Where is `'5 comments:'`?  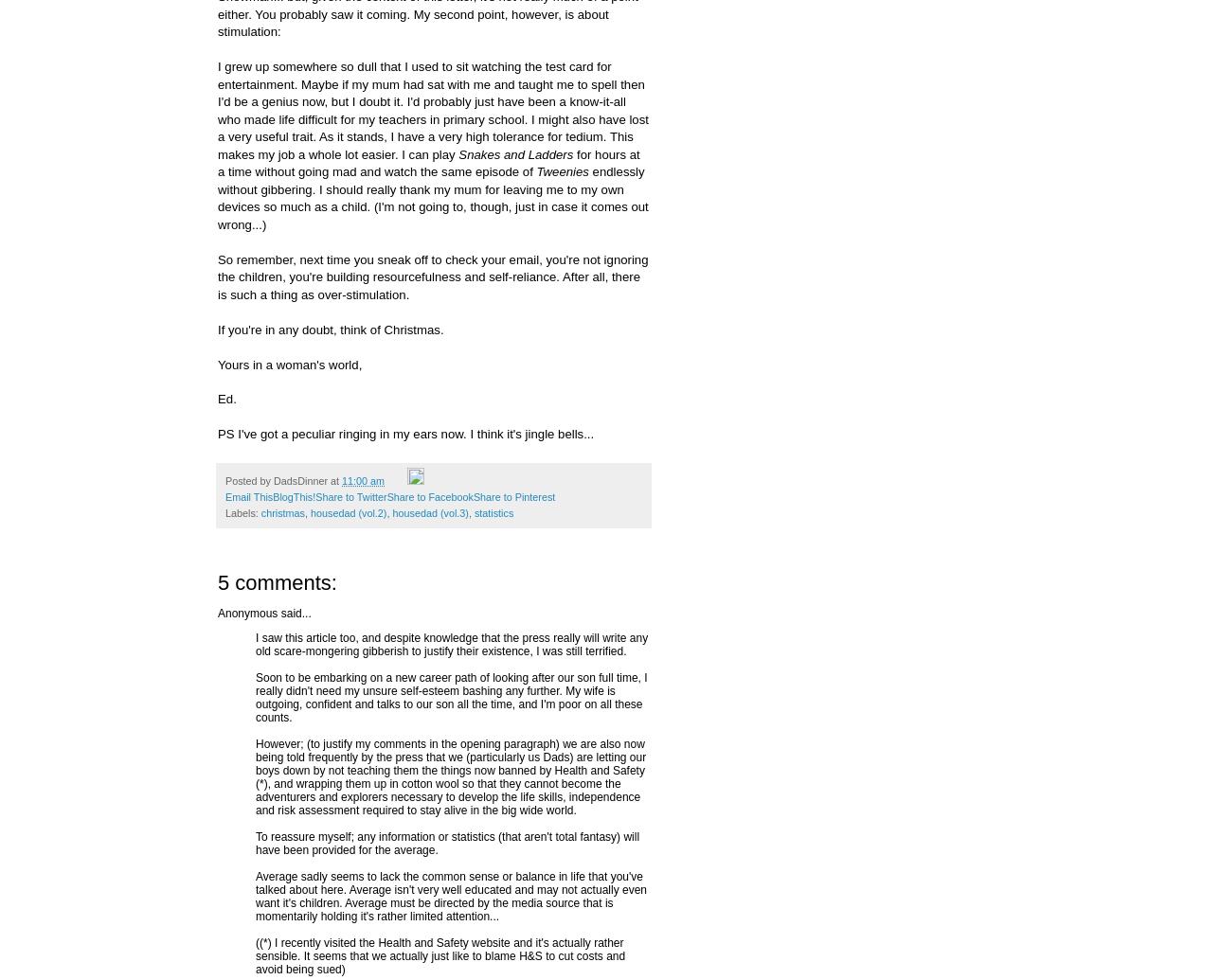
'5 comments:' is located at coordinates (277, 580).